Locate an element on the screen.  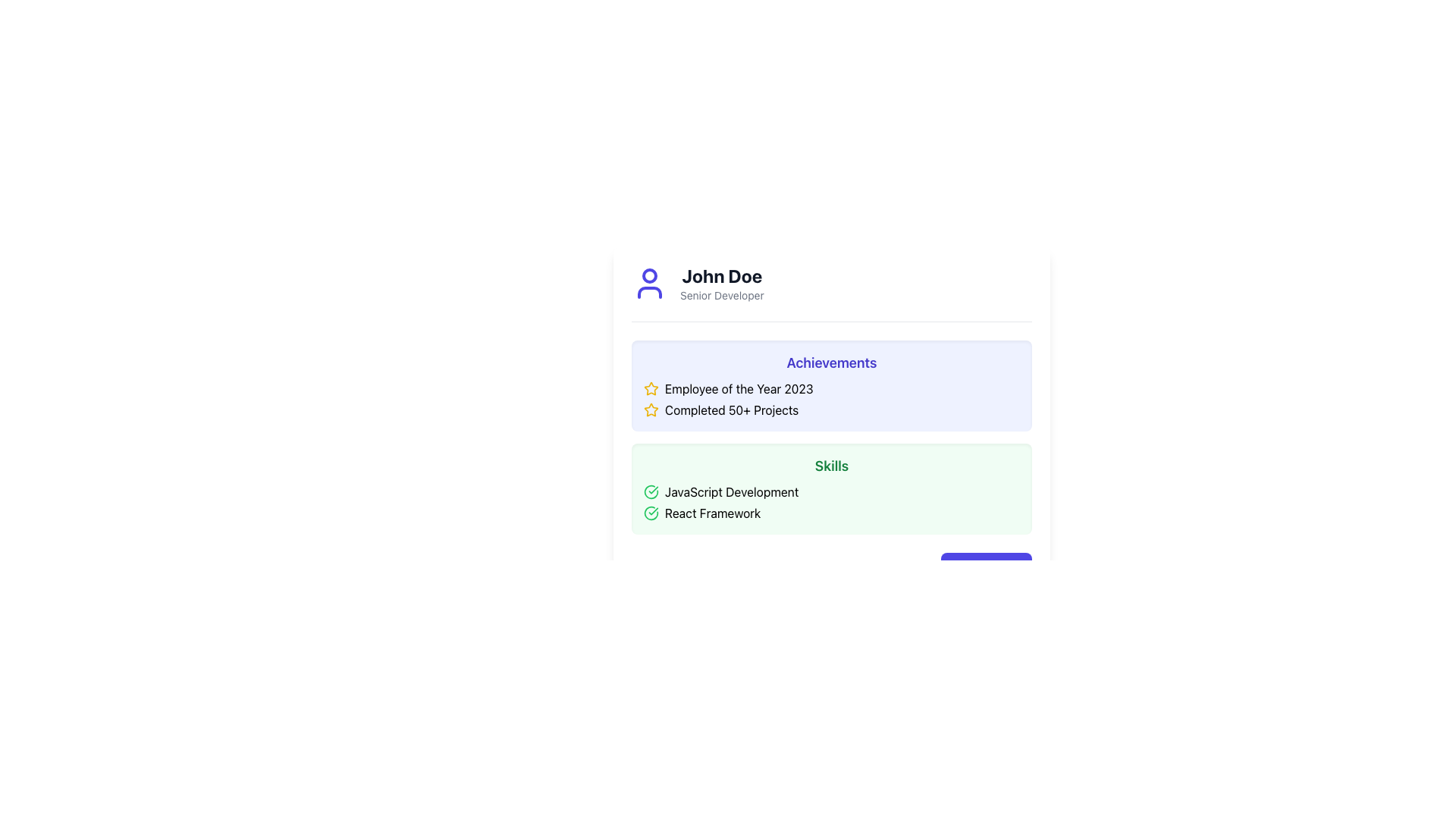
the 'React Framework' label, which is the second item in the 'Skills' section, displayed in bold text on a green background is located at coordinates (712, 513).